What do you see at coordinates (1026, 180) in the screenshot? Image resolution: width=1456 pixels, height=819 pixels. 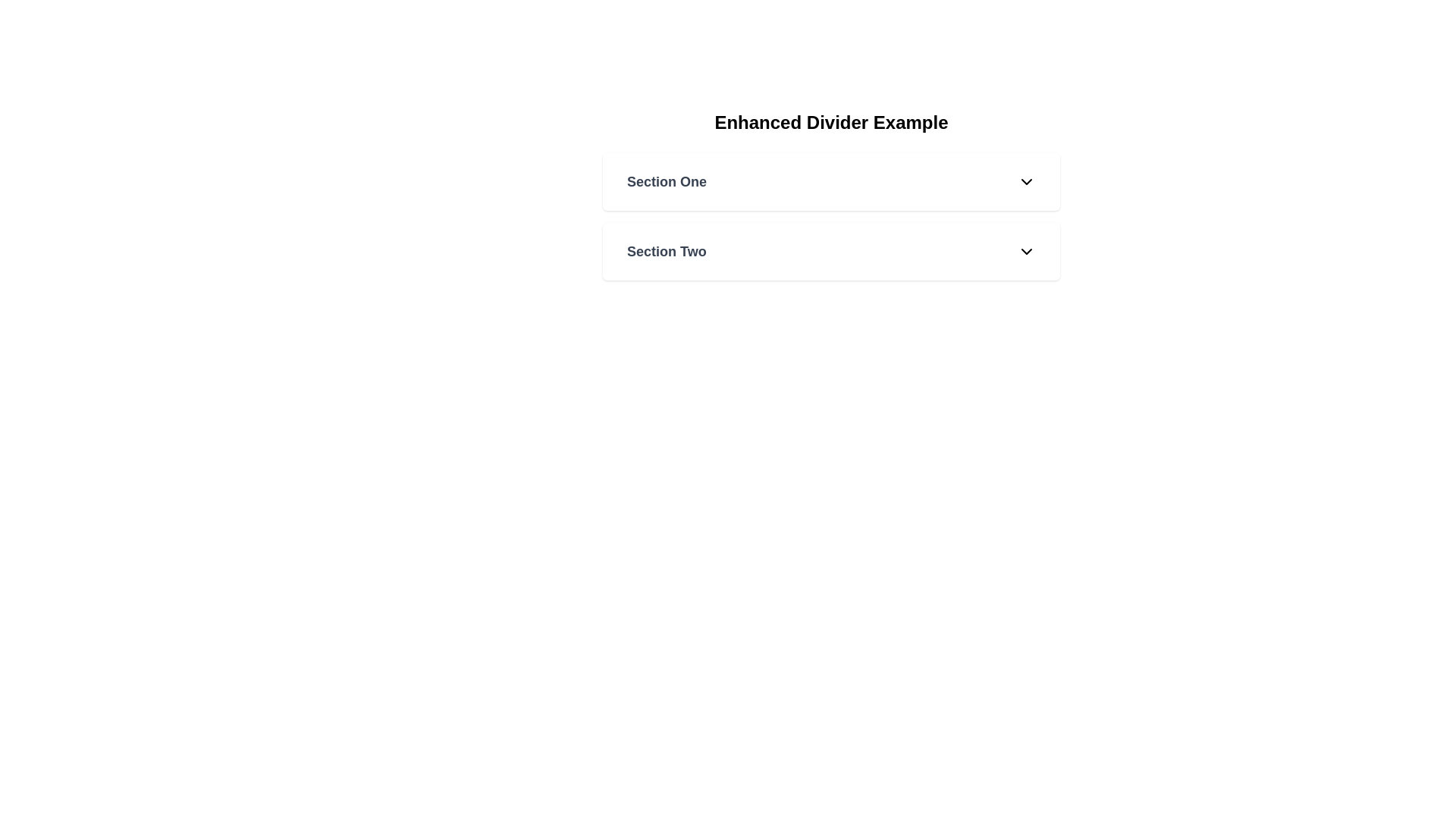 I see `the downwards-facing chevron icon located to the far right within the white rectangular section labeled 'Section One'` at bounding box center [1026, 180].